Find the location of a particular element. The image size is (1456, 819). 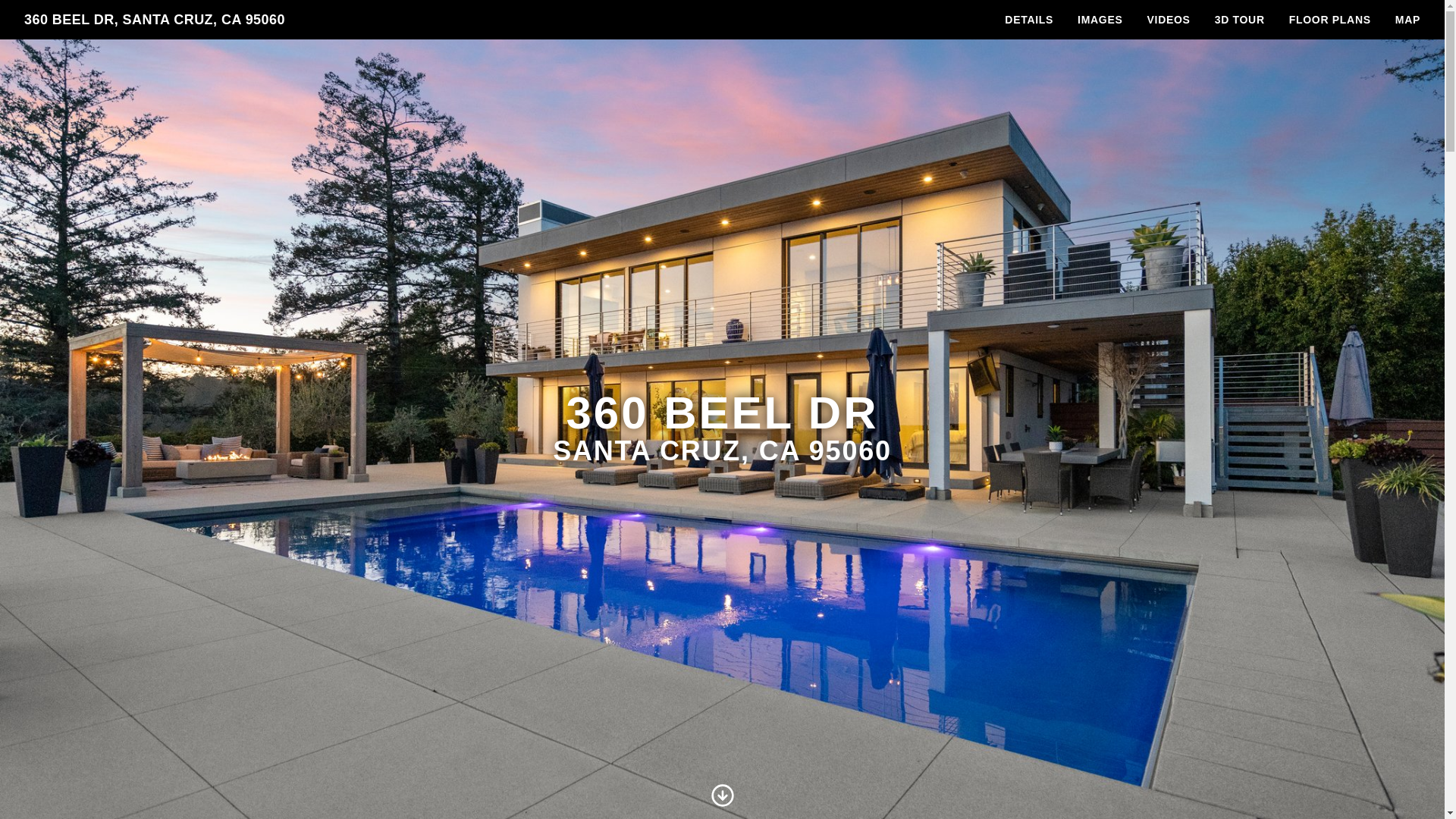

'IMAGES' is located at coordinates (1100, 20).